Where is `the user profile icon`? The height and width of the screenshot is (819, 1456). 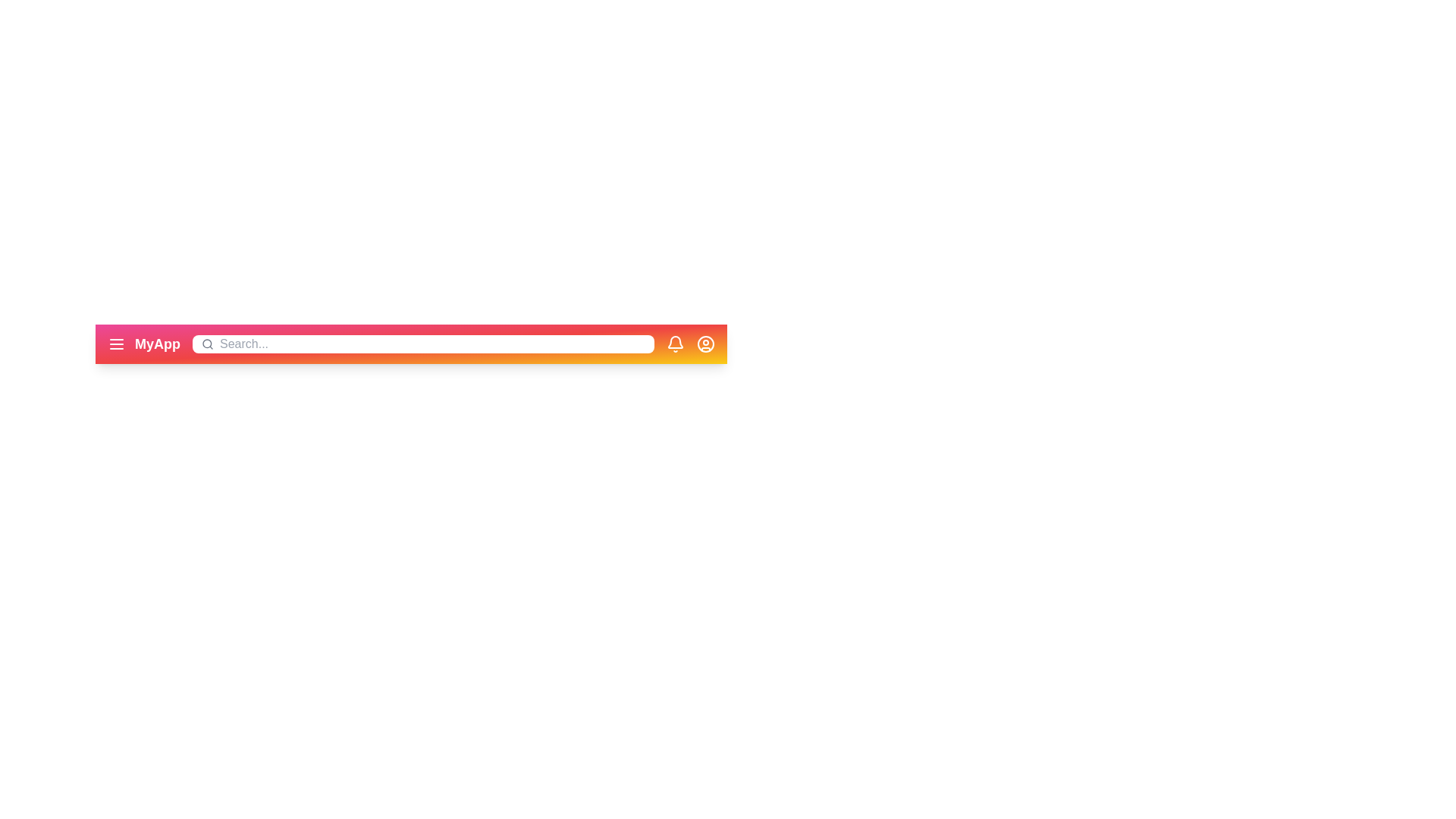 the user profile icon is located at coordinates (705, 344).